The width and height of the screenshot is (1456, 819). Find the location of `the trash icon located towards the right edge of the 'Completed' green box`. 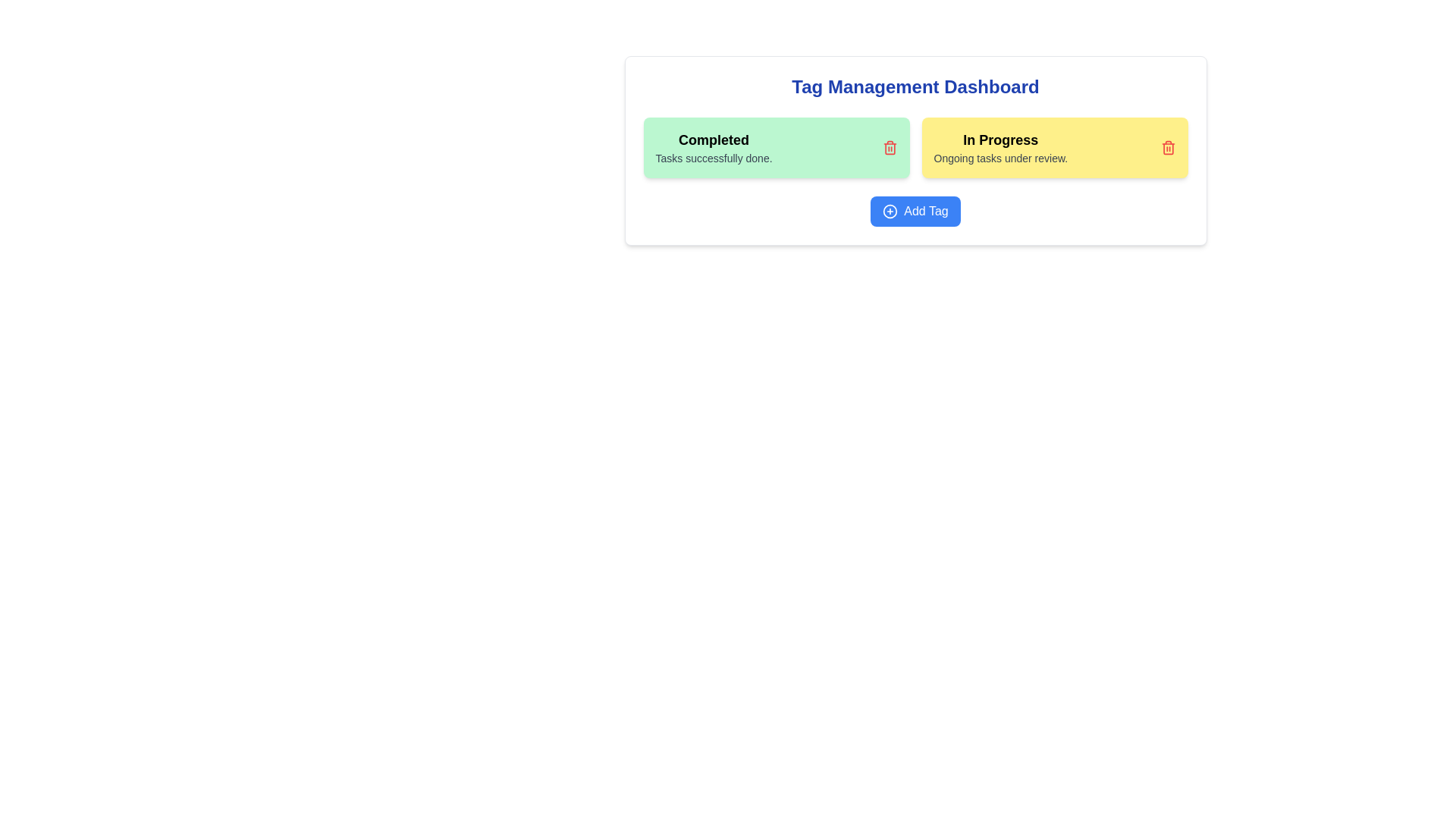

the trash icon located towards the right edge of the 'Completed' green box is located at coordinates (890, 148).